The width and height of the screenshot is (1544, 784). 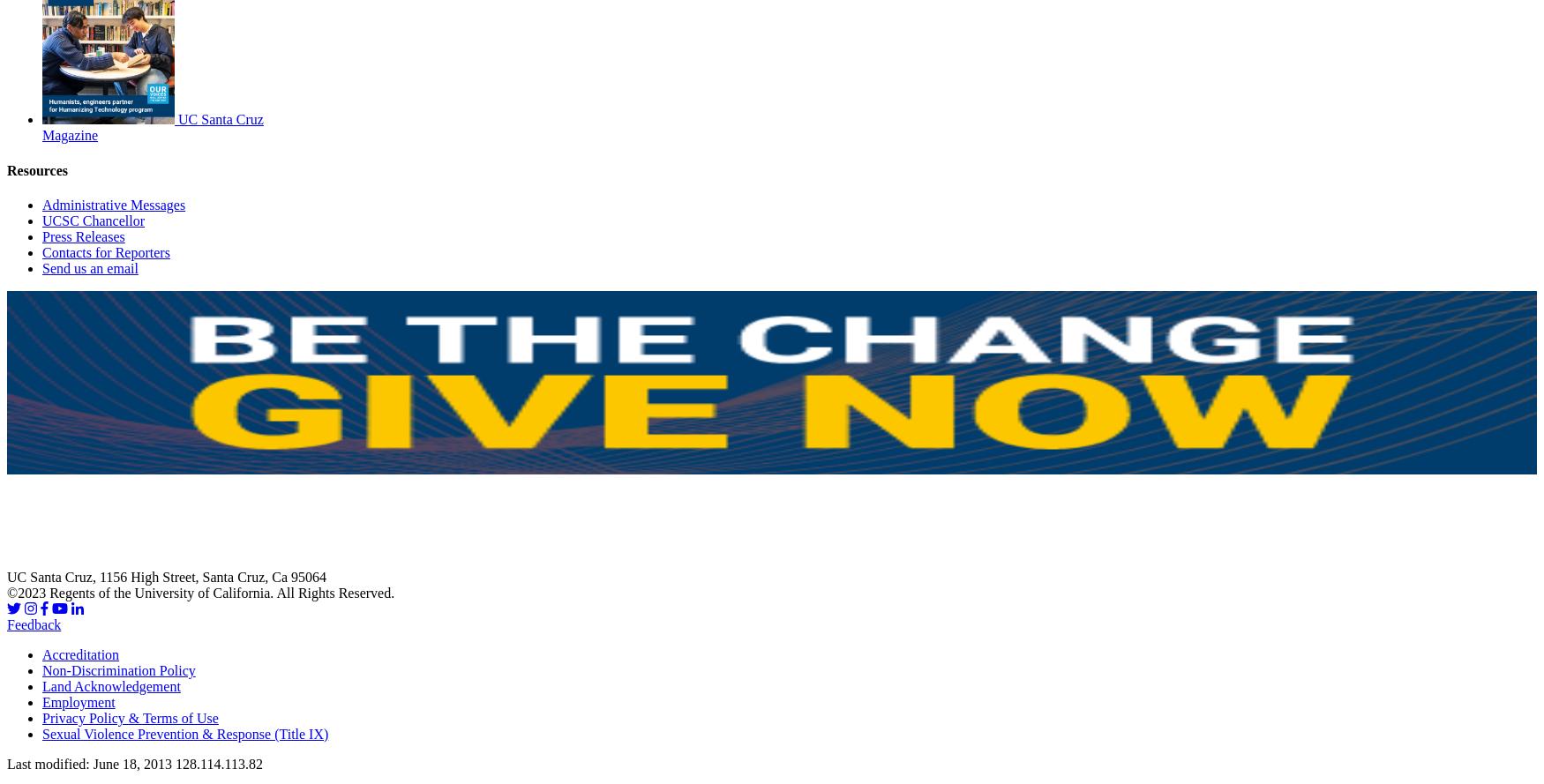 I want to click on 'UCSC Chancellor', so click(x=41, y=220).